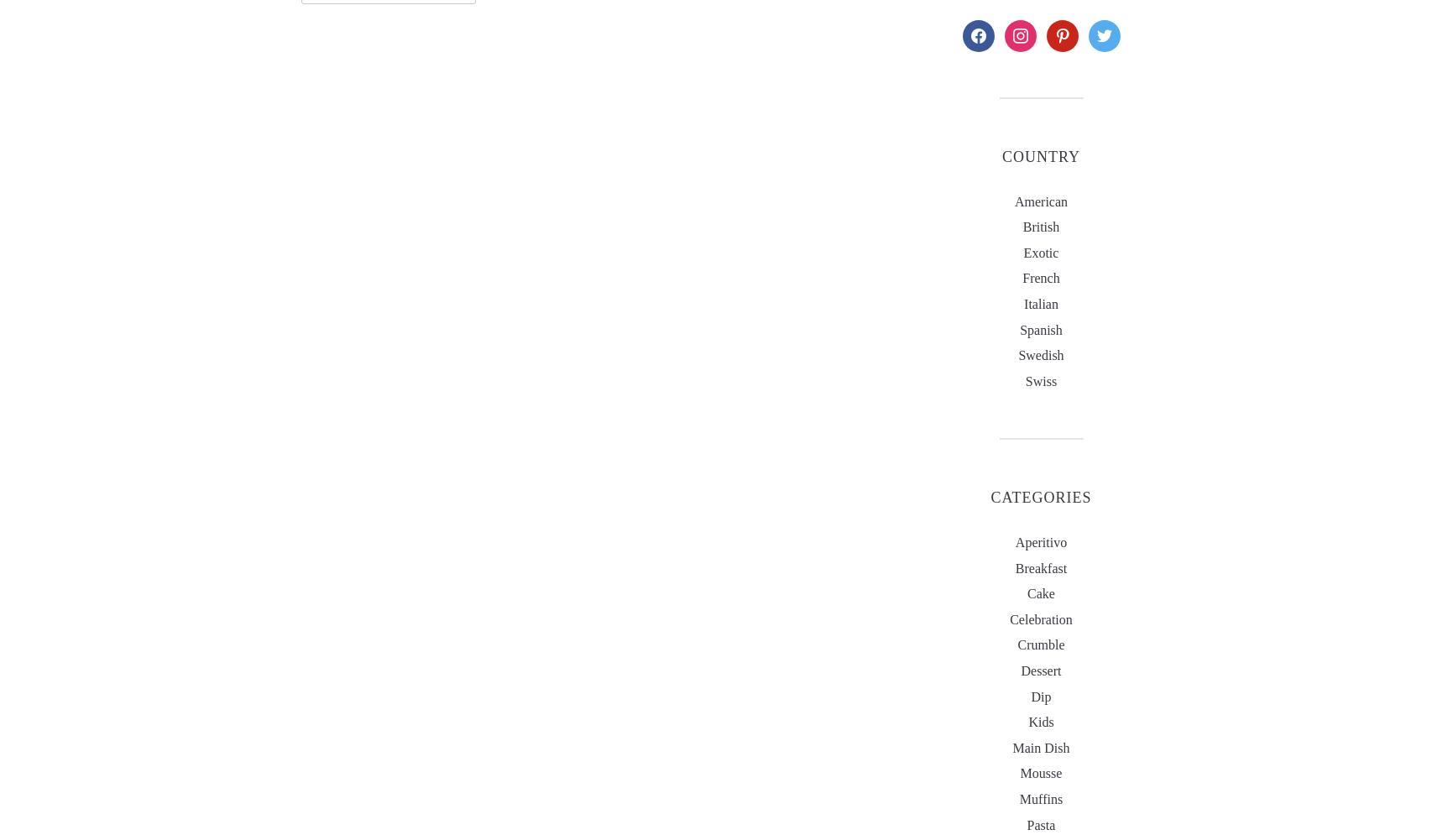 The image size is (1432, 840). Describe the element at coordinates (1040, 278) in the screenshot. I see `'French'` at that location.